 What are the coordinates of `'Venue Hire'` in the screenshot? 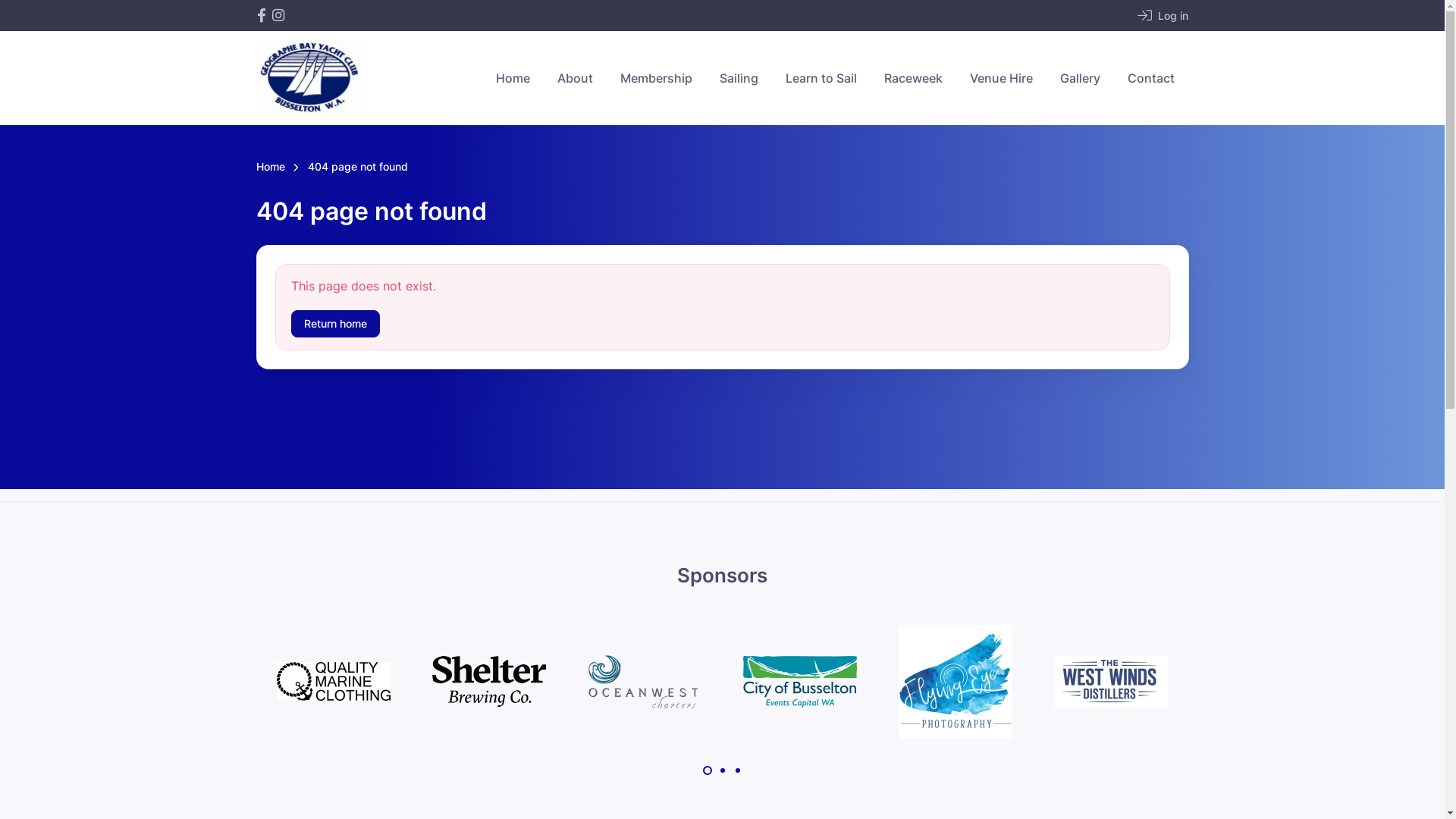 It's located at (954, 78).